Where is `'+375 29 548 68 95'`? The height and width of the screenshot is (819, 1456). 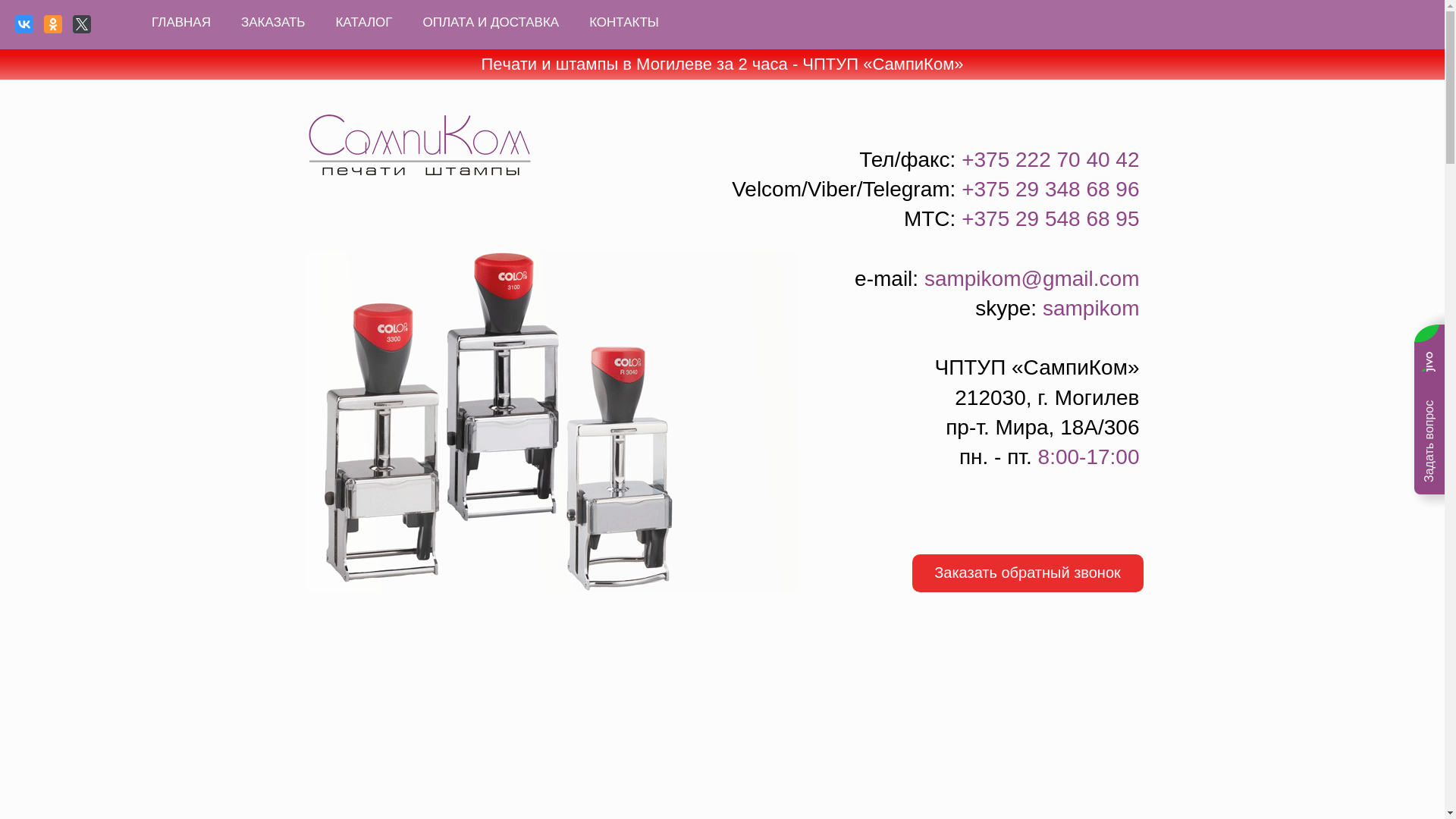
'+375 29 548 68 95' is located at coordinates (1050, 218).